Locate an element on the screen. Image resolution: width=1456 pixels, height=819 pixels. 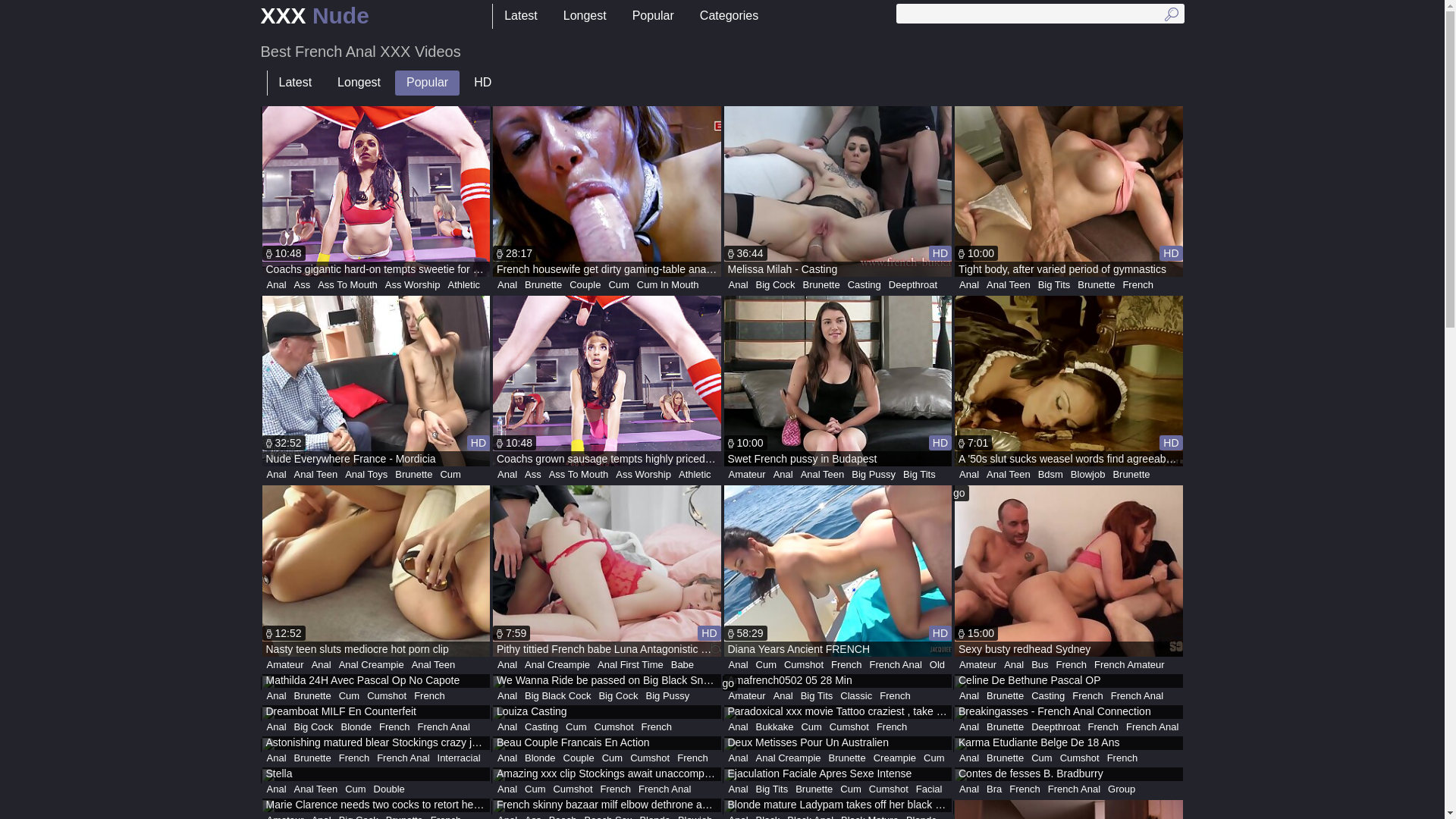
'French Amateur' is located at coordinates (1090, 664).